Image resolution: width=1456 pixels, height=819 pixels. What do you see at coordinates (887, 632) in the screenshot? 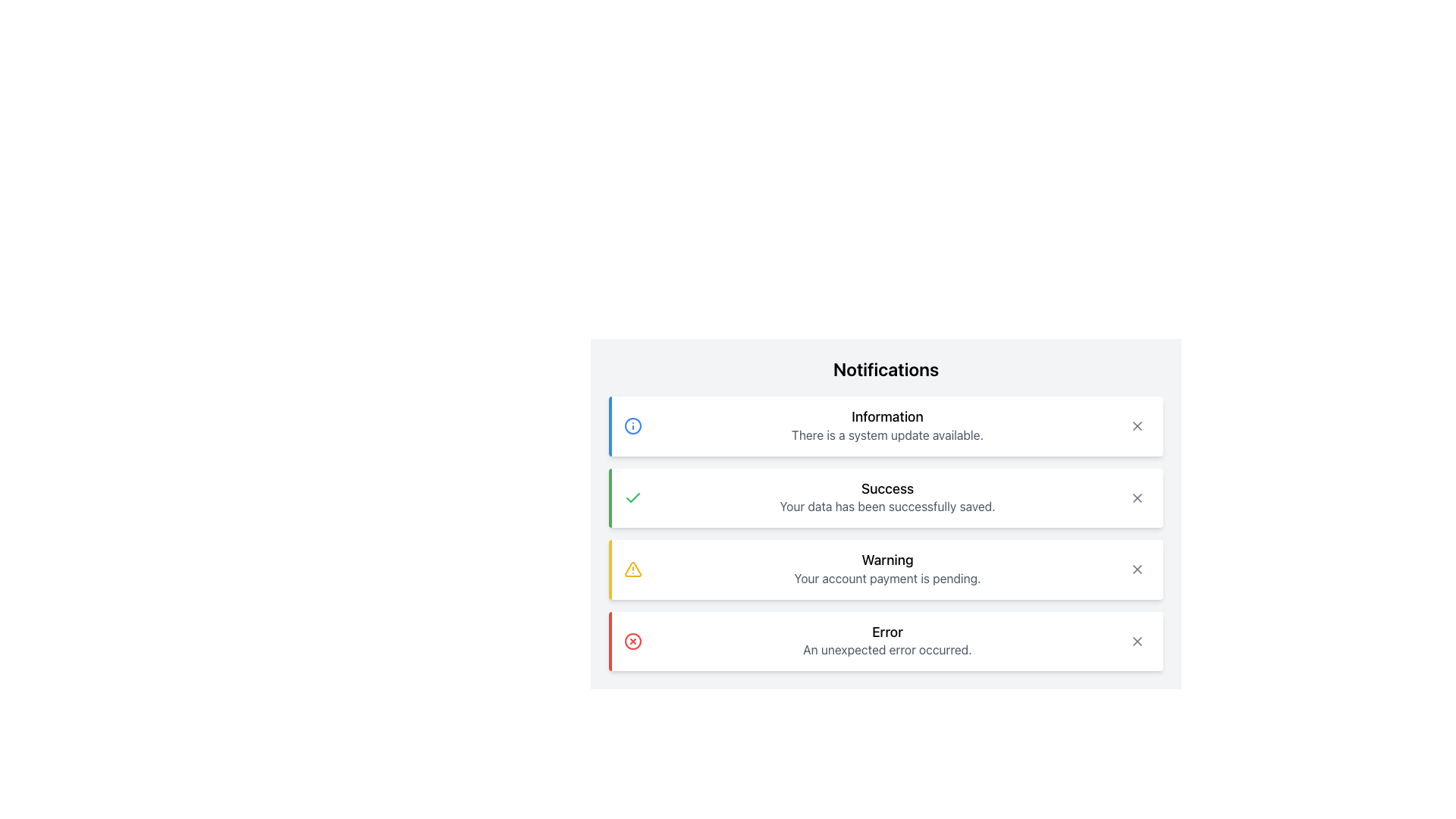
I see `the bold title text label displaying 'Error', which is styled in black font and larger text size, positioned above a descriptive sentence within the bottom-most notification card` at bounding box center [887, 632].